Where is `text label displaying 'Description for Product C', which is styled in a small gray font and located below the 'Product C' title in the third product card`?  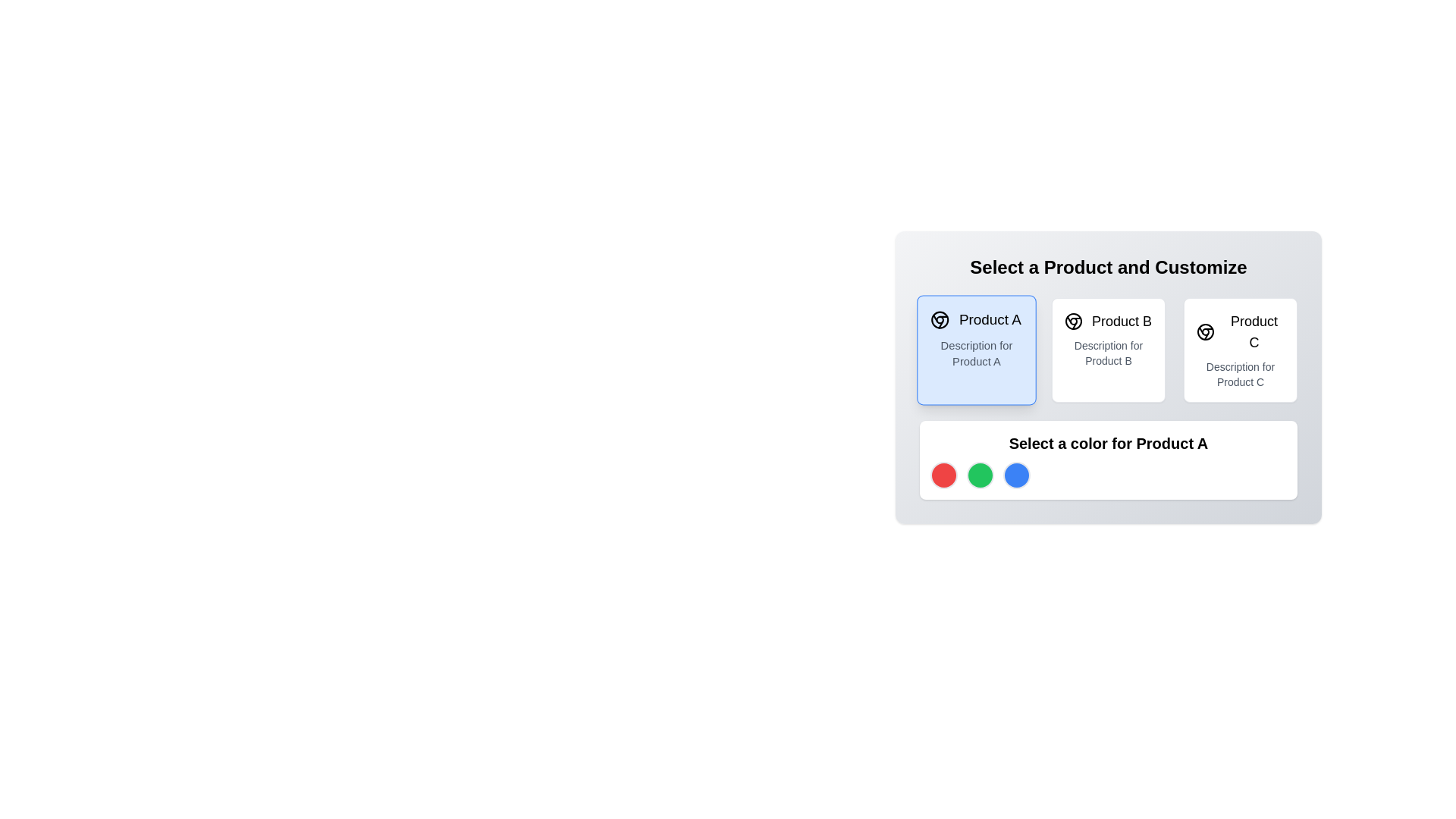
text label displaying 'Description for Product C', which is styled in a small gray font and located below the 'Product C' title in the third product card is located at coordinates (1241, 374).